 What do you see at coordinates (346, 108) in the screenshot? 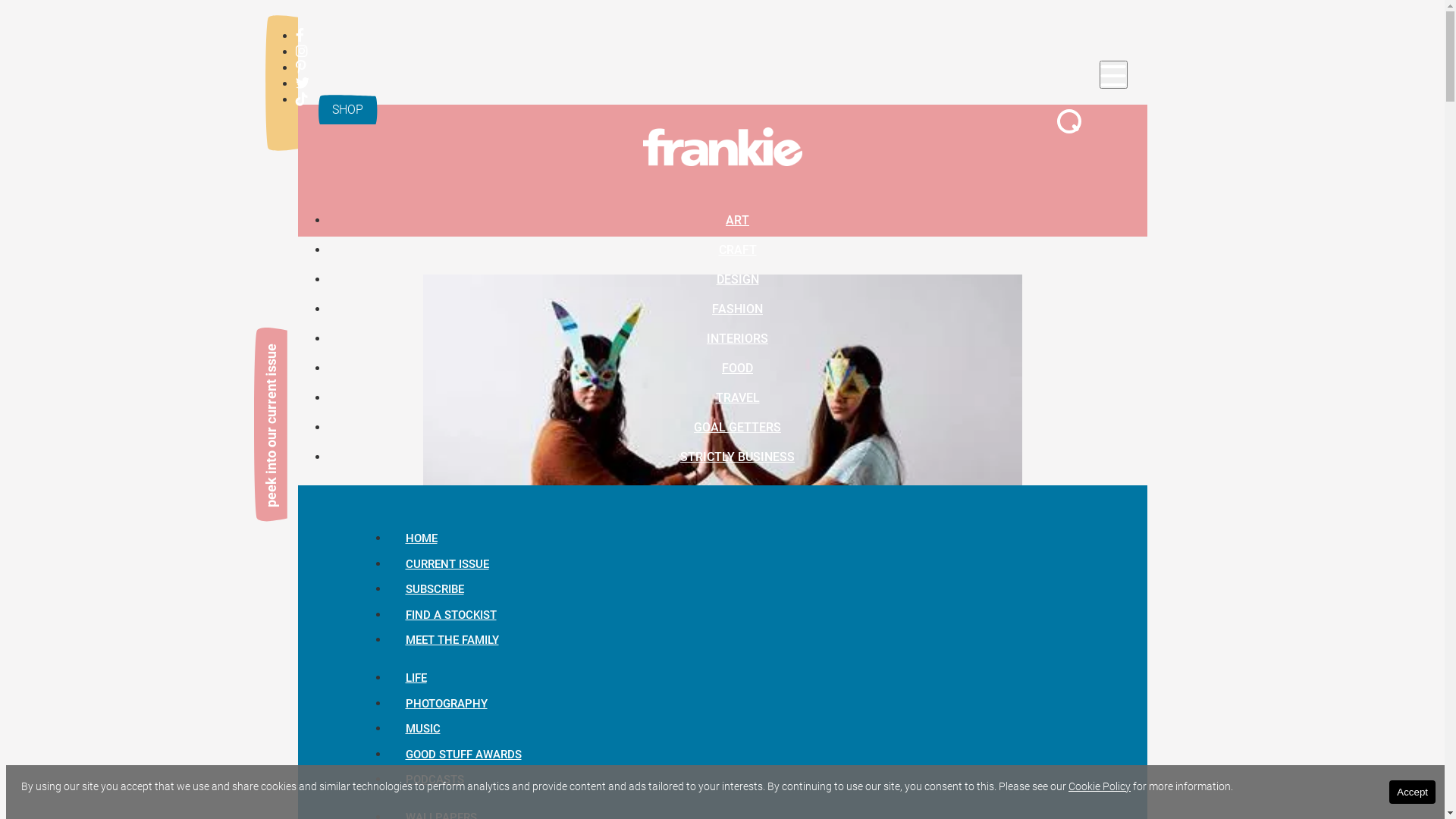
I see `'SHOP'` at bounding box center [346, 108].